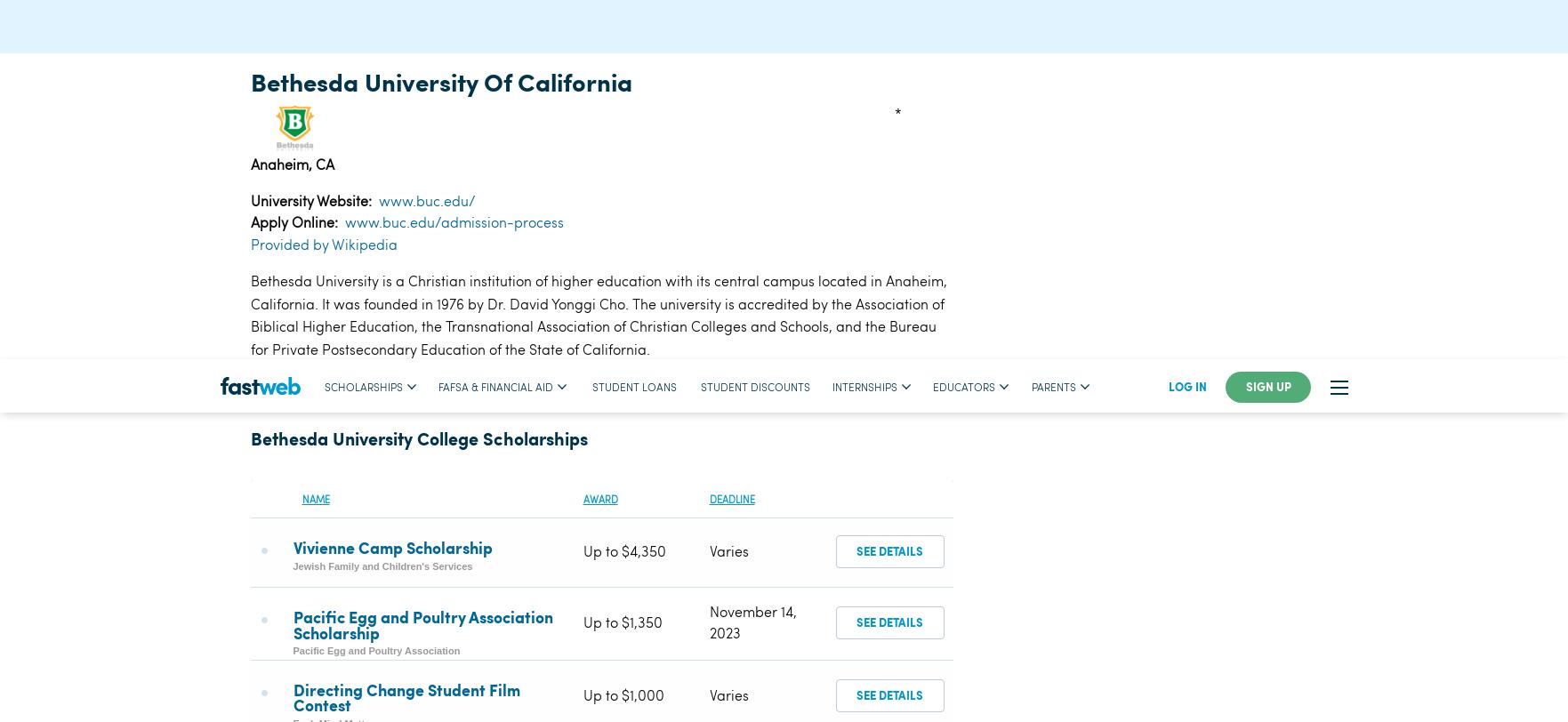 The height and width of the screenshot is (722, 1568). What do you see at coordinates (582, 139) in the screenshot?
I see `'award'` at bounding box center [582, 139].